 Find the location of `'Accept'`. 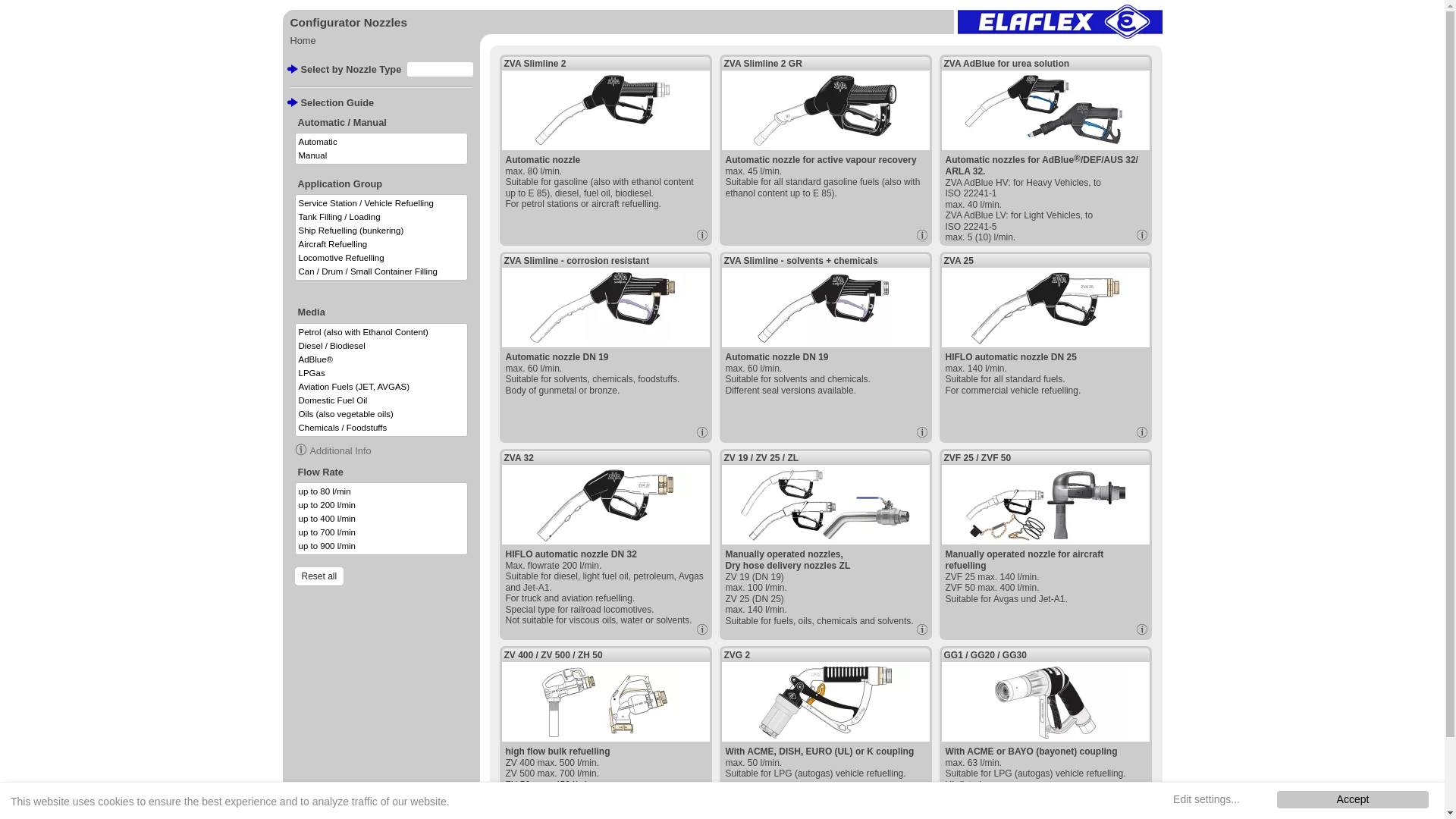

'Accept' is located at coordinates (1353, 799).